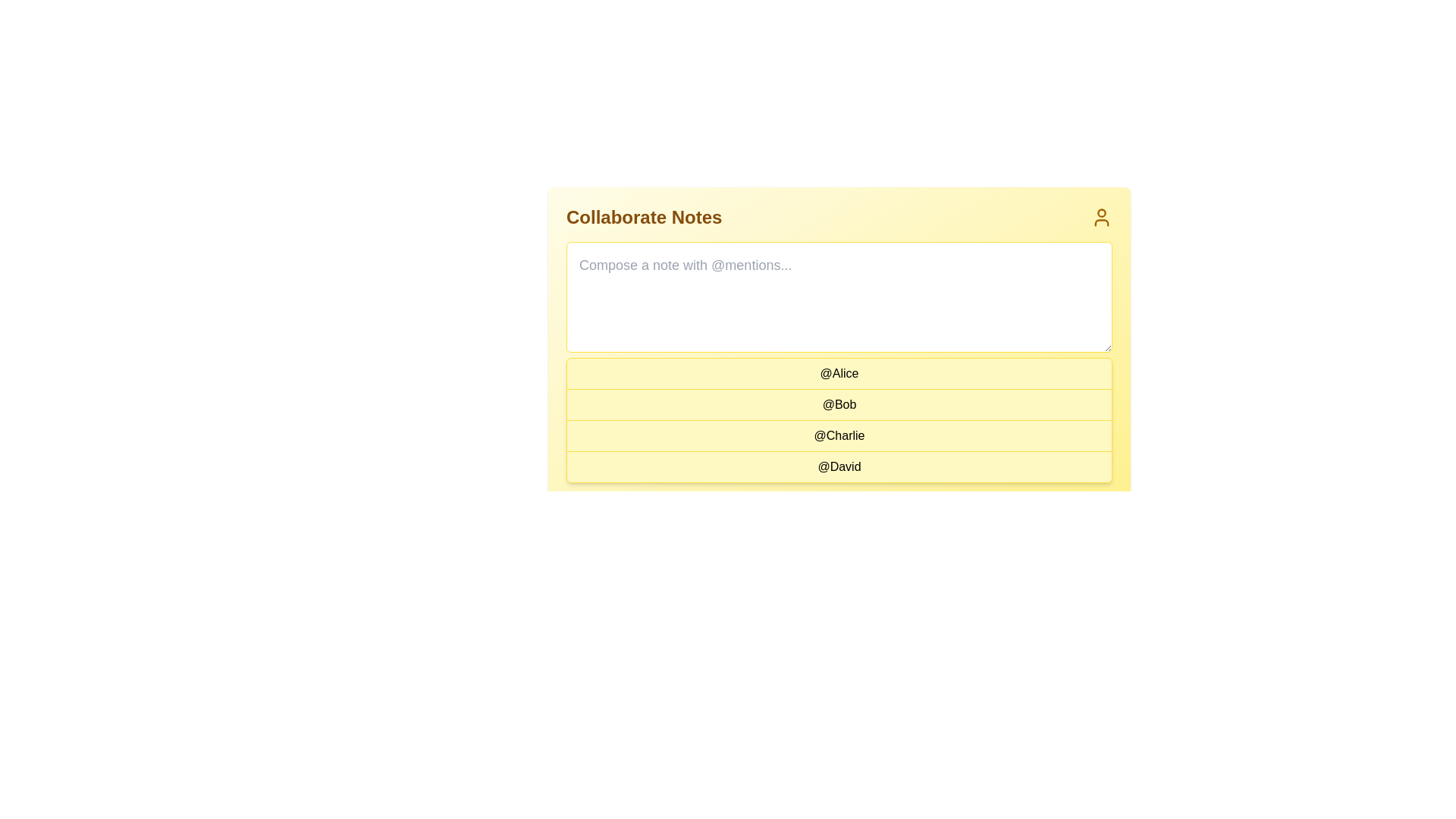 The height and width of the screenshot is (819, 1456). I want to click on the first list item representing the mentionable user '@Alice', located directly below the input field titled 'Compose a note with @mentions...', so click(839, 366).